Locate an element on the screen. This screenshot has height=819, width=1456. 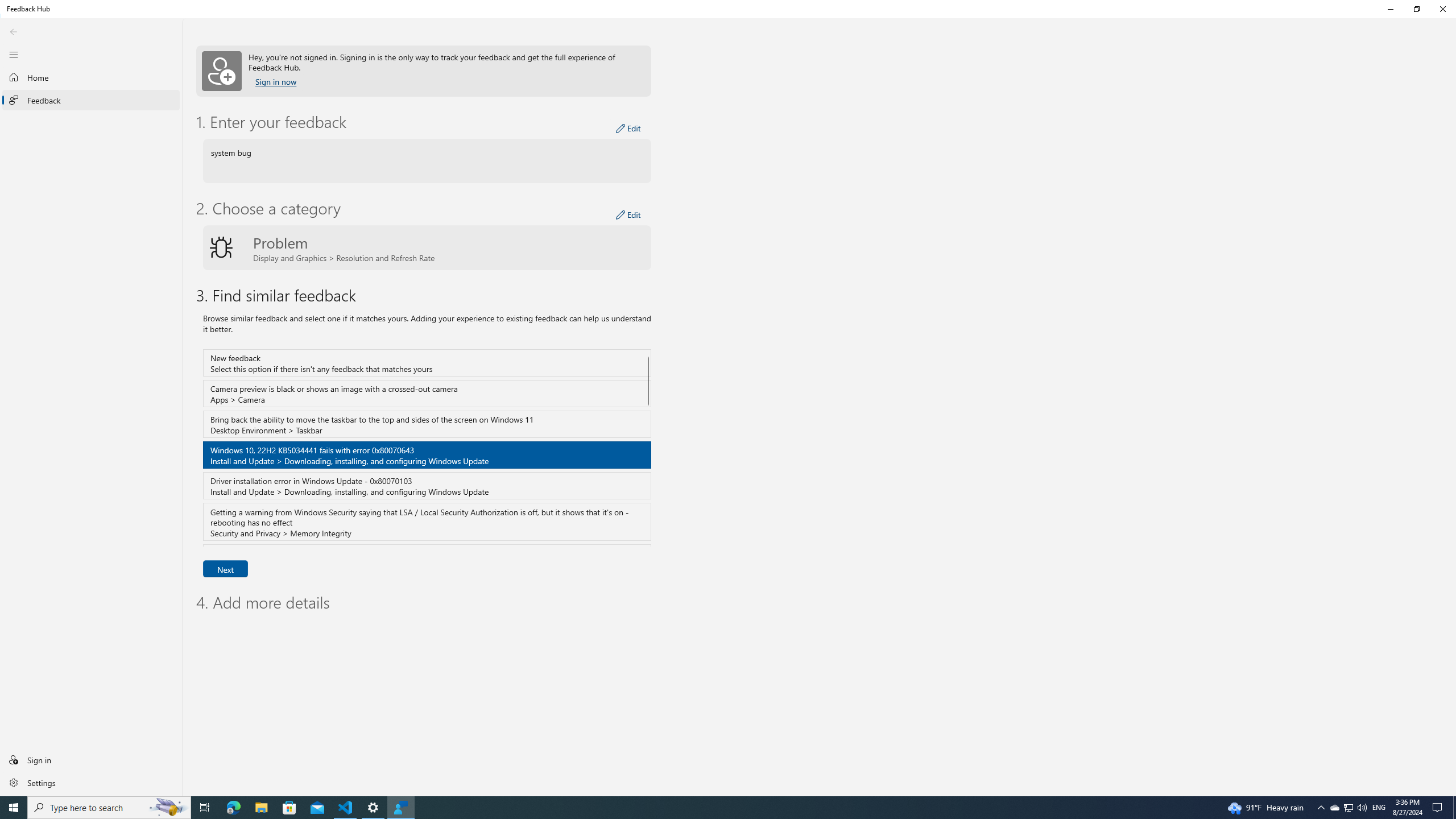
'Close Navigation' is located at coordinates (14, 54).